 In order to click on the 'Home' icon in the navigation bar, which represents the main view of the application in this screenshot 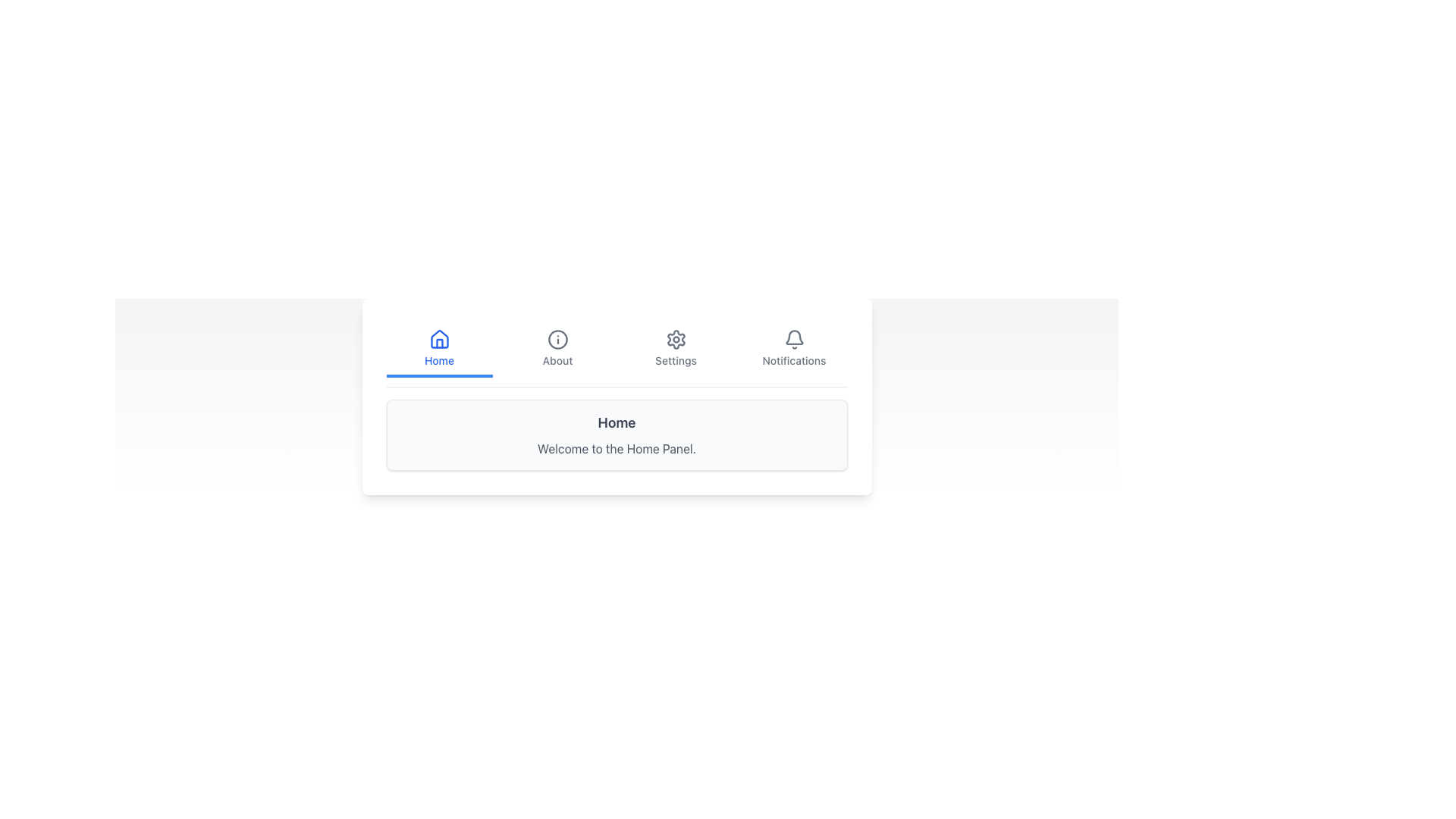, I will do `click(438, 338)`.